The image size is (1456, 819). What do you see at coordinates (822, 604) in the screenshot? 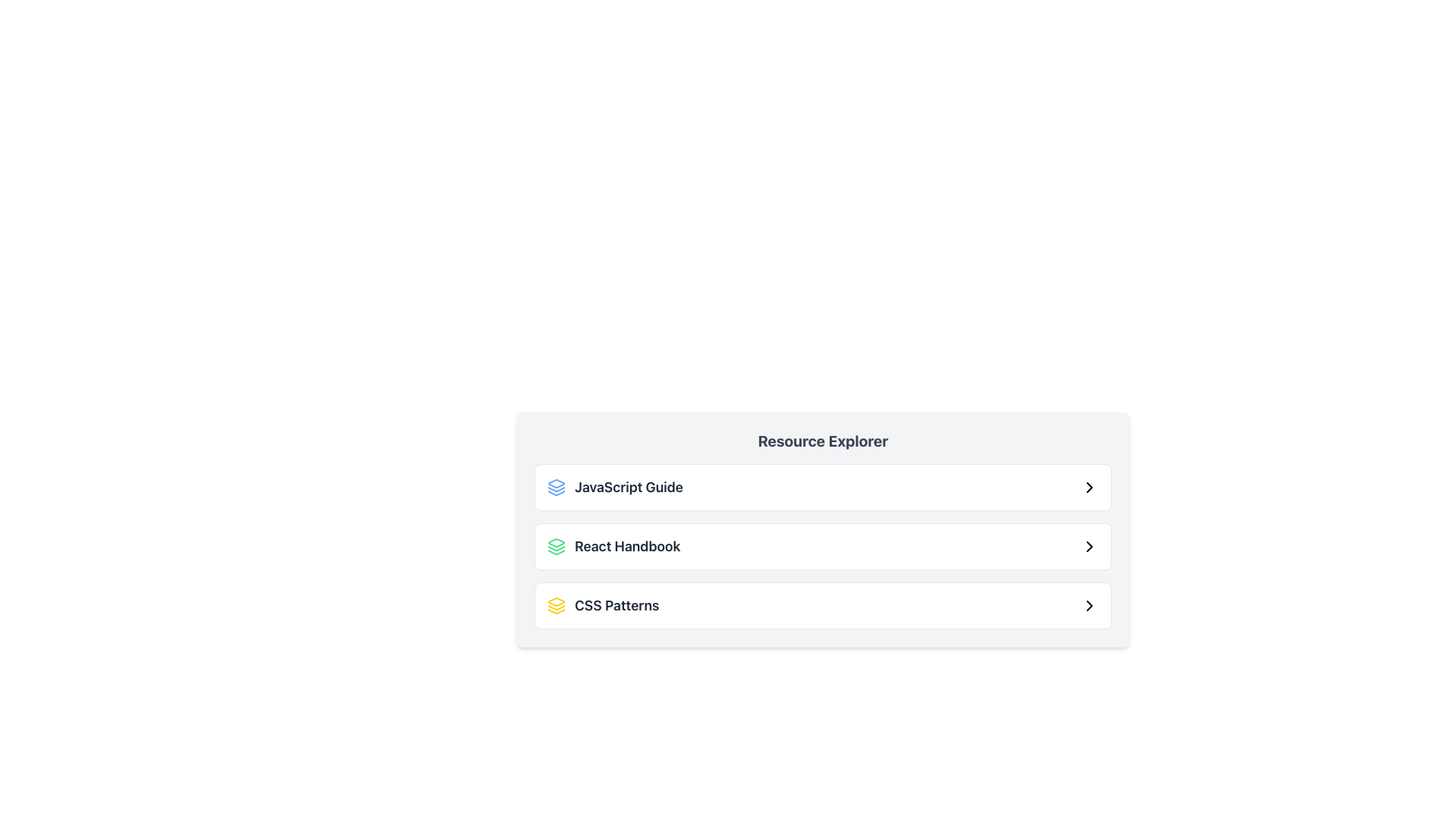
I see `the third Card-style List Item labeled 'CSS Patterns' in the Resource Explorer section` at bounding box center [822, 604].